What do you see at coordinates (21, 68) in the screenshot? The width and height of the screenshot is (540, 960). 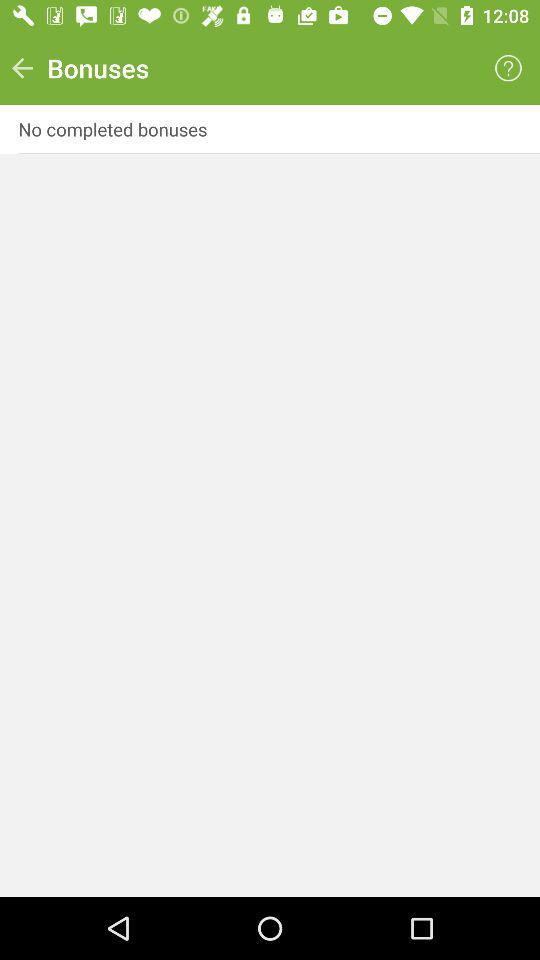 I see `icon next to bonuses item` at bounding box center [21, 68].